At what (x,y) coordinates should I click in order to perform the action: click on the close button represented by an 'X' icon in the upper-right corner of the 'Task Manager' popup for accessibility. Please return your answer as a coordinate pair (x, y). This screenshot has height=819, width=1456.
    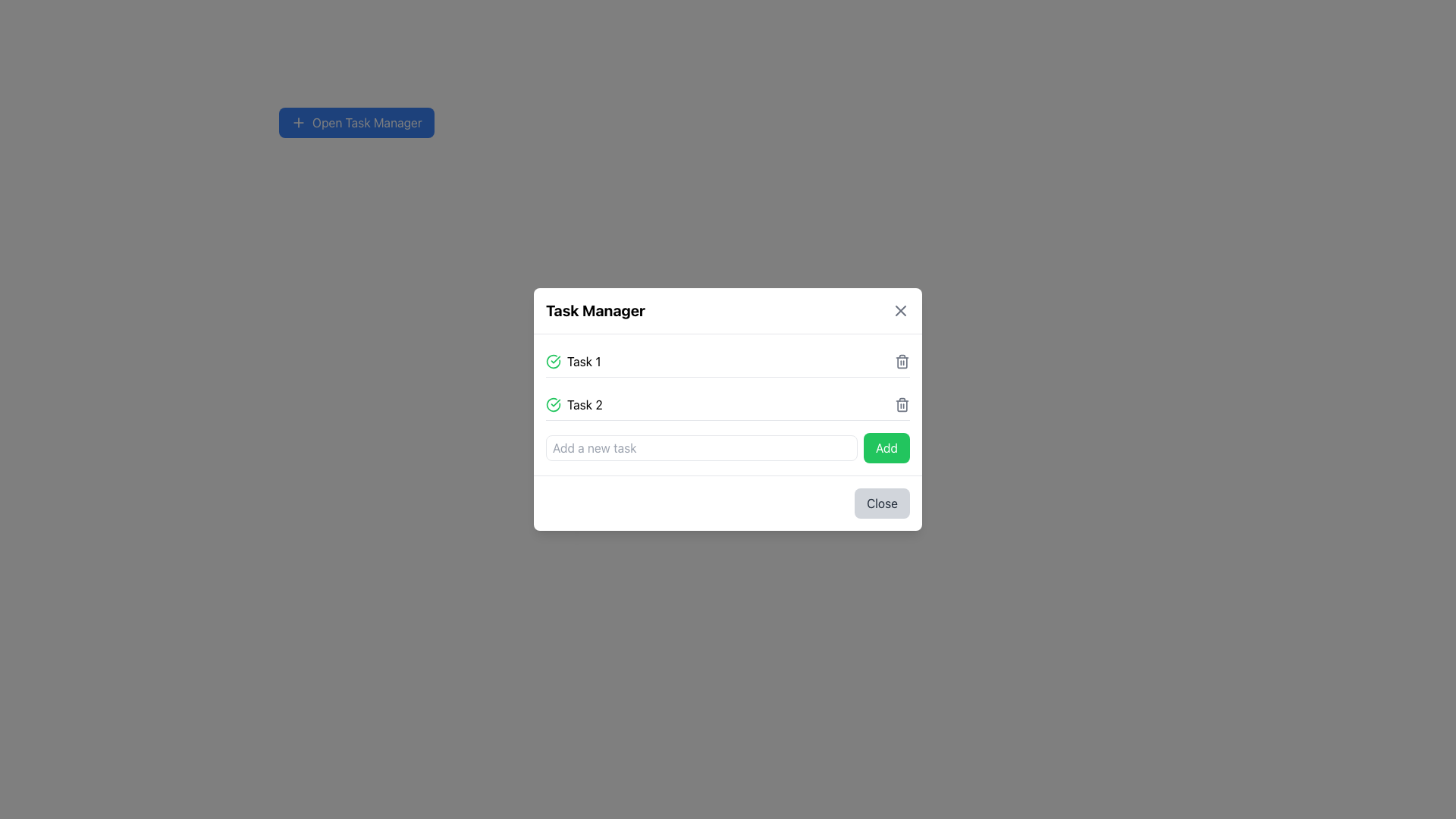
    Looking at the image, I should click on (901, 309).